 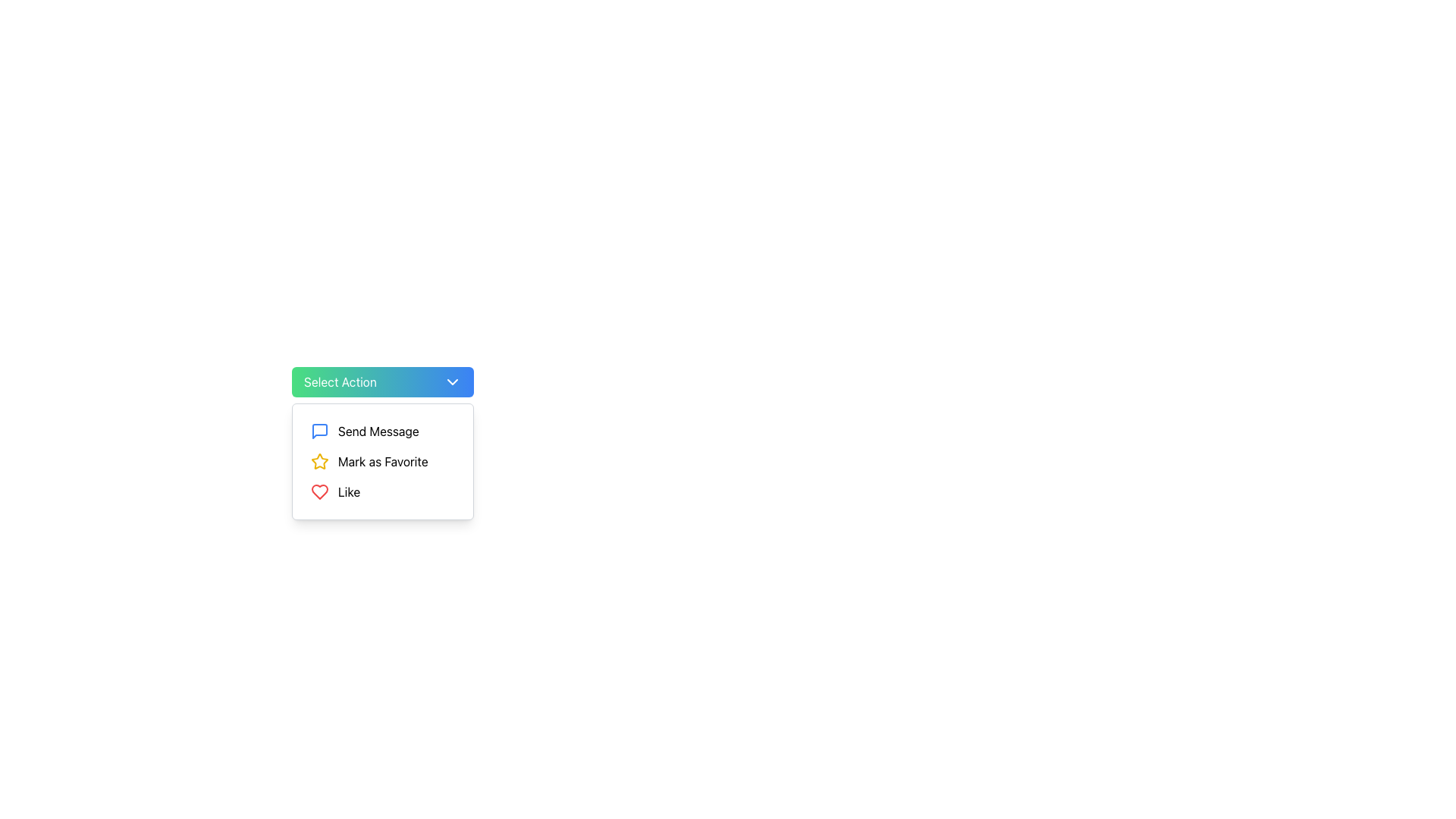 I want to click on the icon representing the action to mark an item as a favorite, which is located second in the vertical list of icons within the dropdown menu, next to the label 'Mark as Favorite', so click(x=319, y=461).